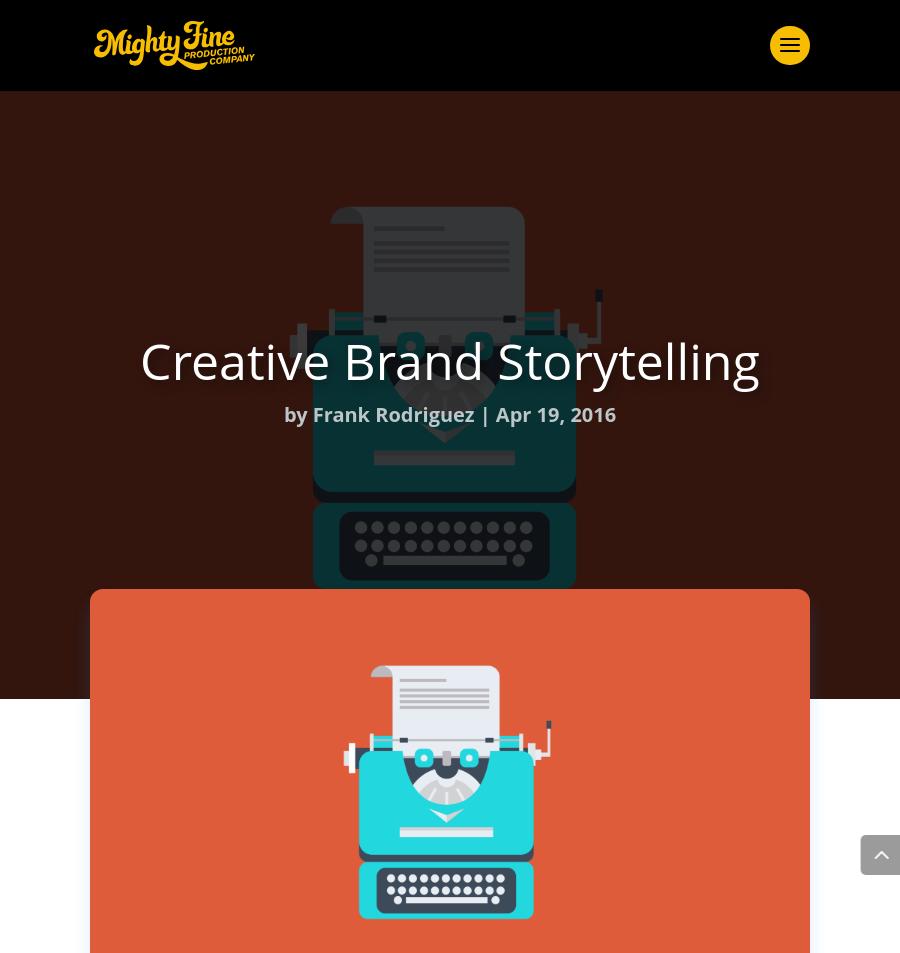 The image size is (900, 953). Describe the element at coordinates (449, 351) in the screenshot. I see `'Creative Juice'` at that location.